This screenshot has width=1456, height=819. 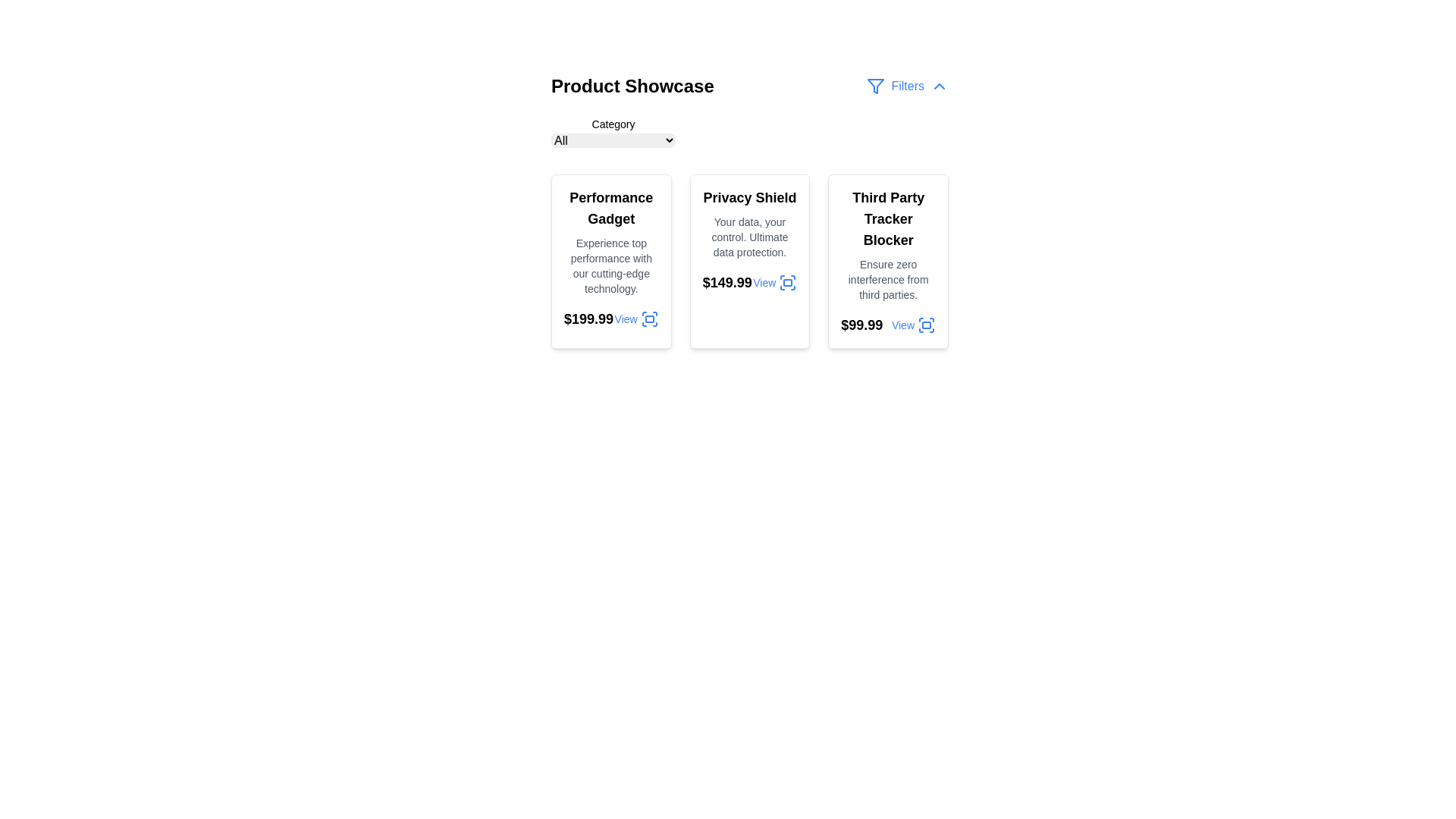 What do you see at coordinates (611, 208) in the screenshot?
I see `the 'Performance Gadget' text label, which is styled in bold and slightly larger font, located at the top of the first card in a horizontally aligned grid` at bounding box center [611, 208].